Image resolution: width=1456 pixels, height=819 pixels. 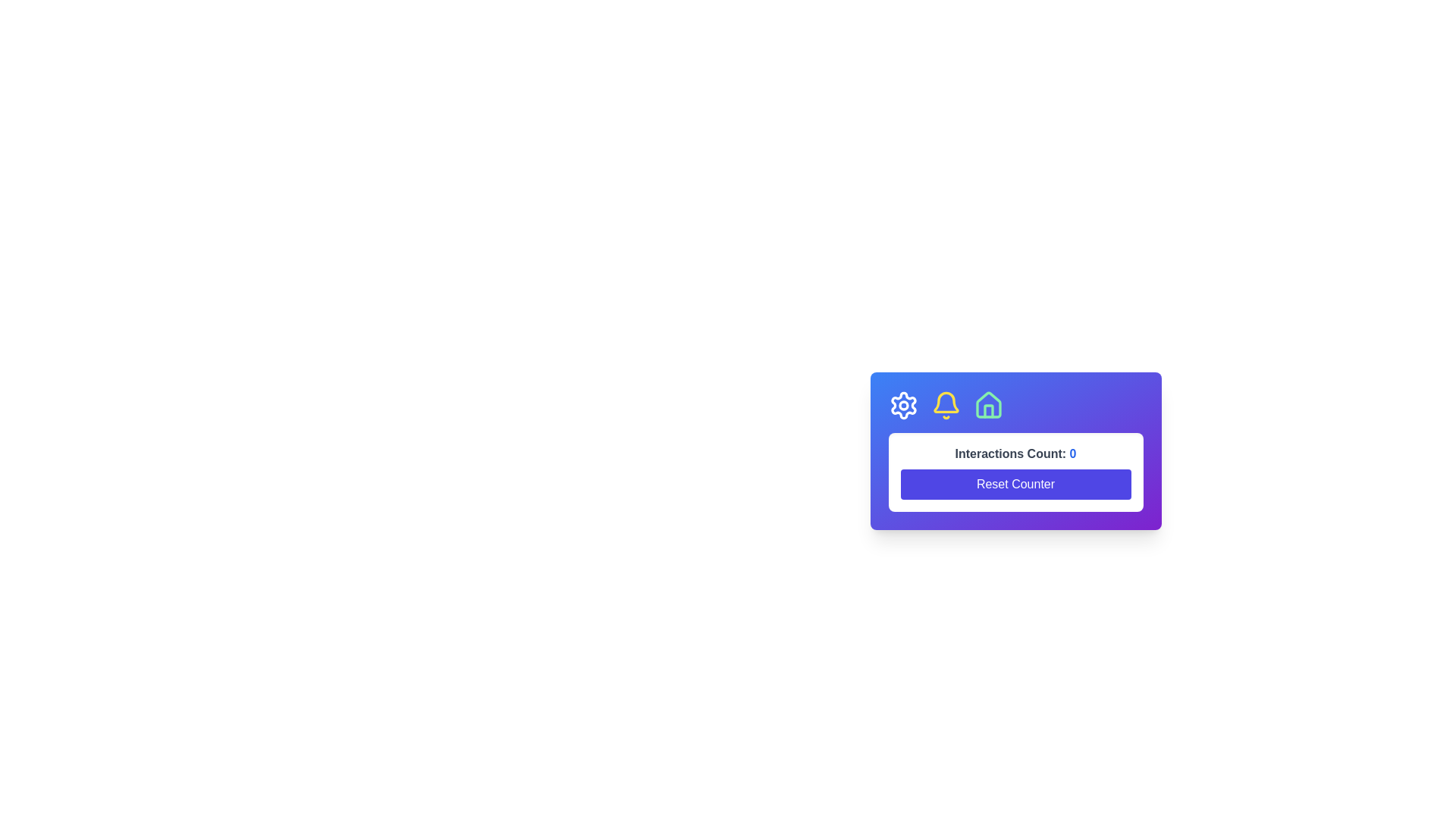 What do you see at coordinates (1015, 500) in the screenshot?
I see `the interactive button labeled 'Reset Counter' which is part of a composite component that also includes a label, centrally positioned below three icon buttons` at bounding box center [1015, 500].